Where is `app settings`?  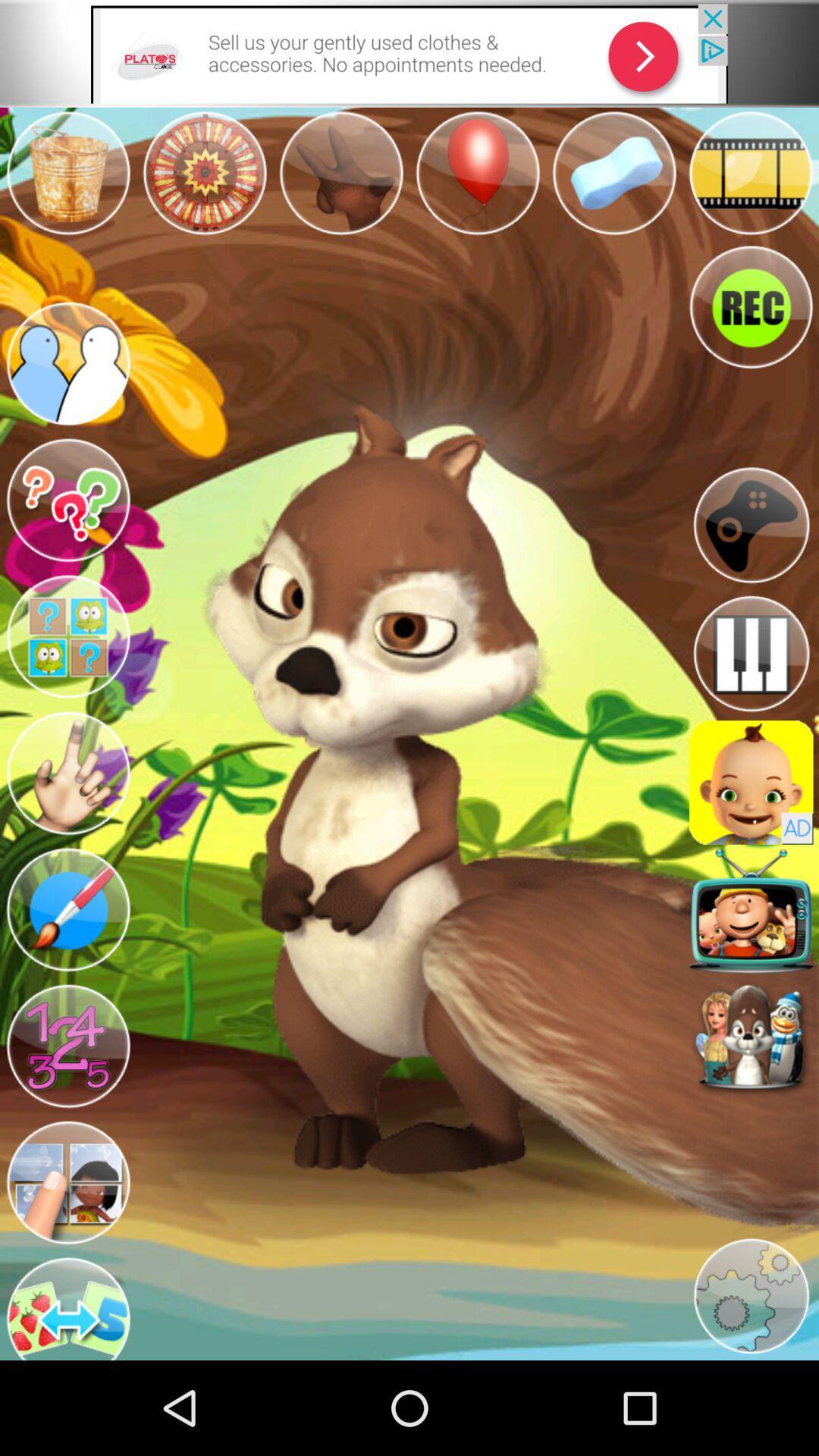 app settings is located at coordinates (751, 1295).